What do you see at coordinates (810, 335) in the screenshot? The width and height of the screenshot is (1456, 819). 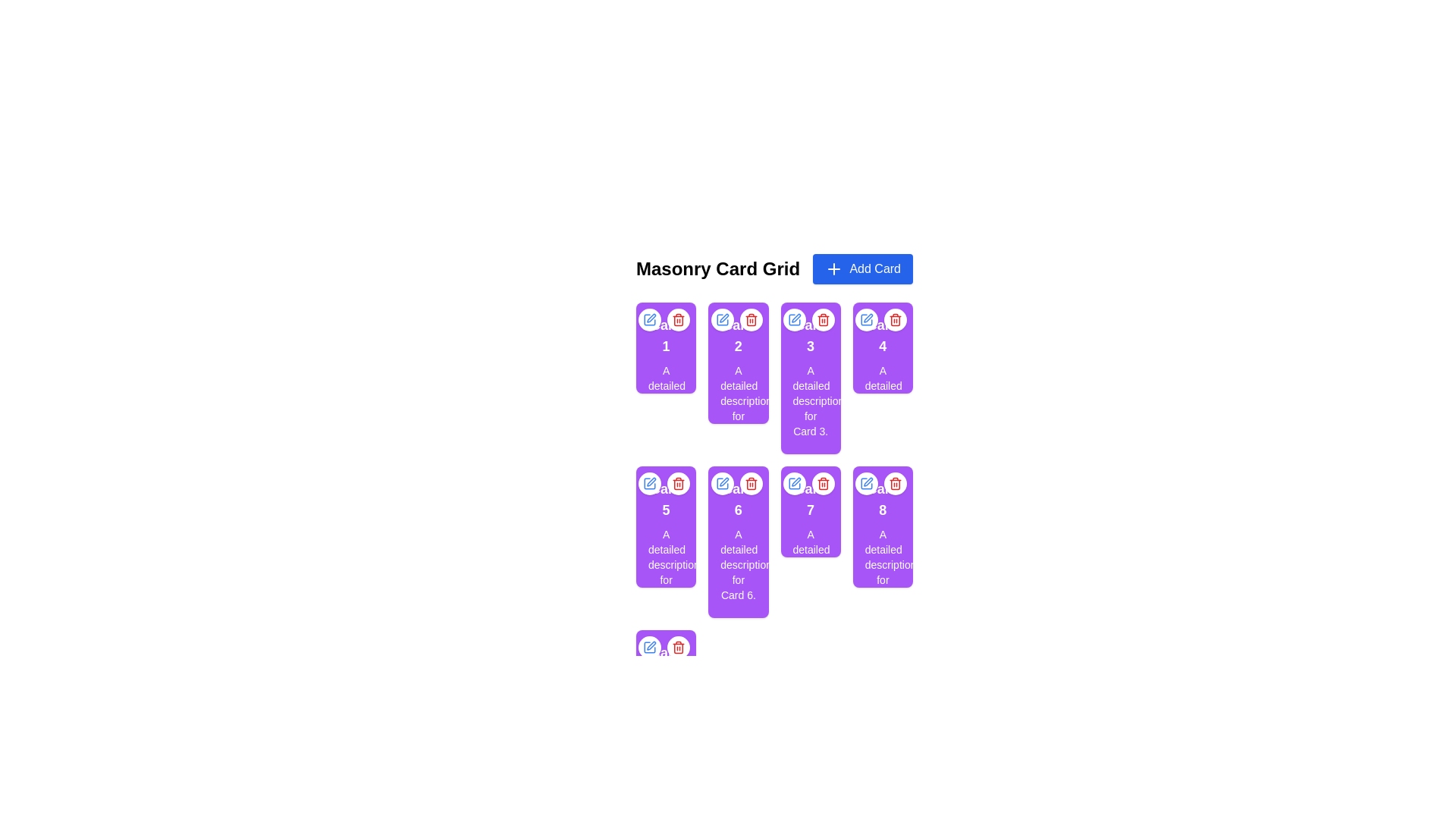 I see `the header text of 'Card 3', which is positioned at the top of the purple card in the grid layout` at bounding box center [810, 335].